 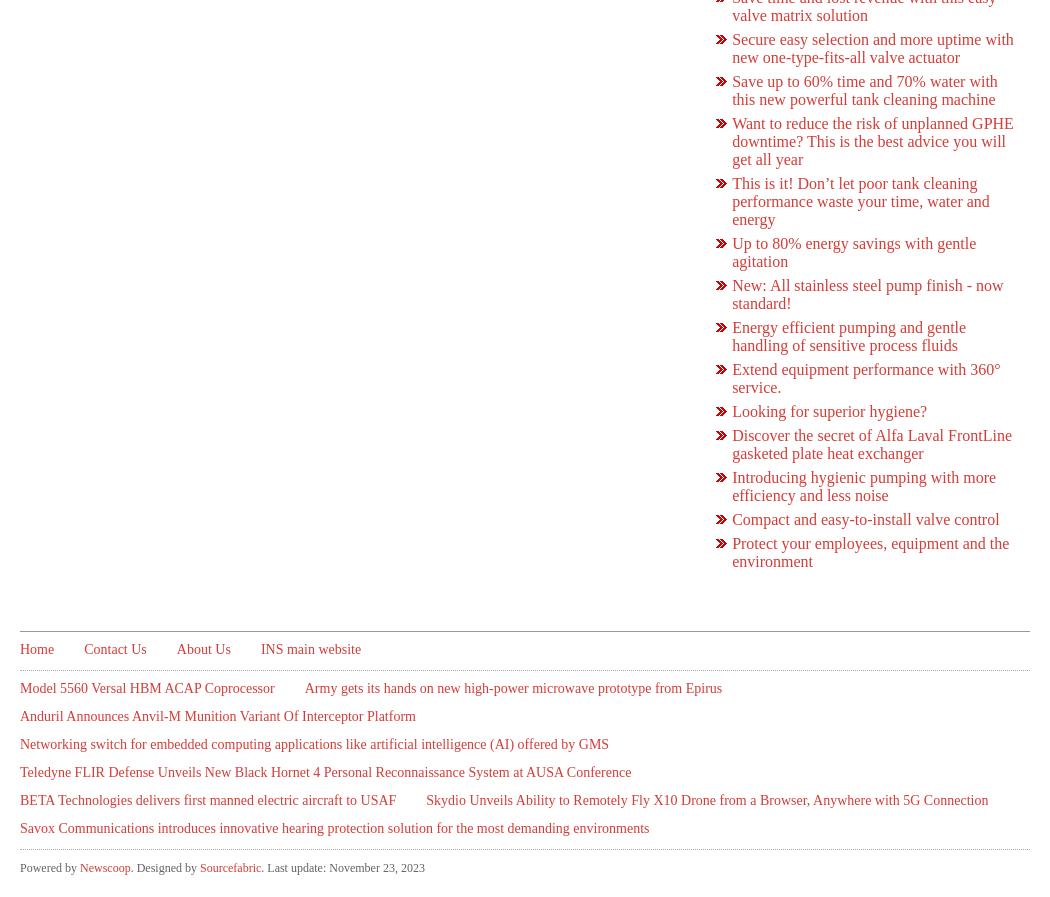 I want to click on 'Model 5560 Versal HBM ACAP Coprocessor', so click(x=146, y=688).